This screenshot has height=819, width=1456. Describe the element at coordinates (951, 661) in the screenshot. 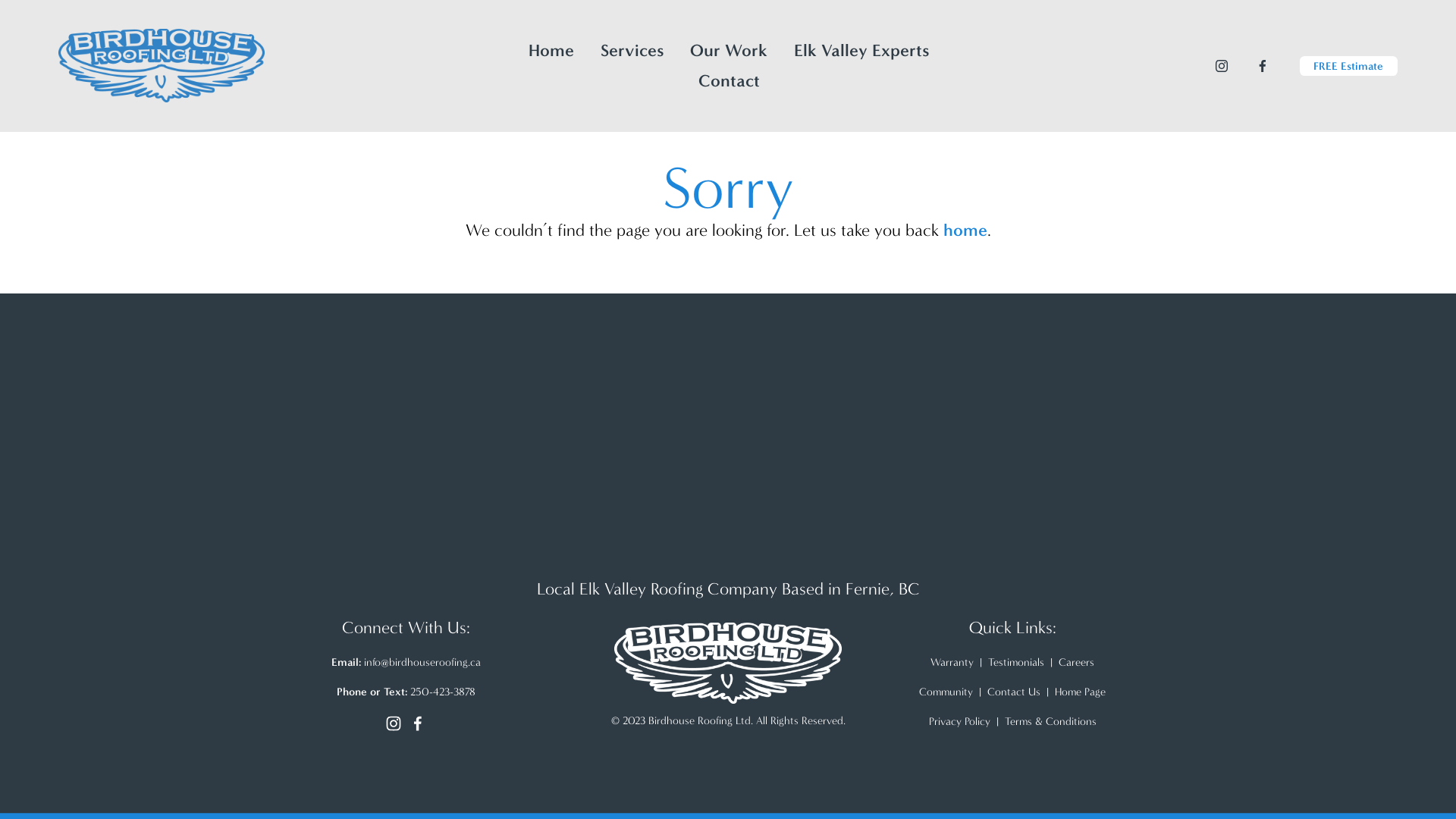

I see `'Warranty'` at that location.